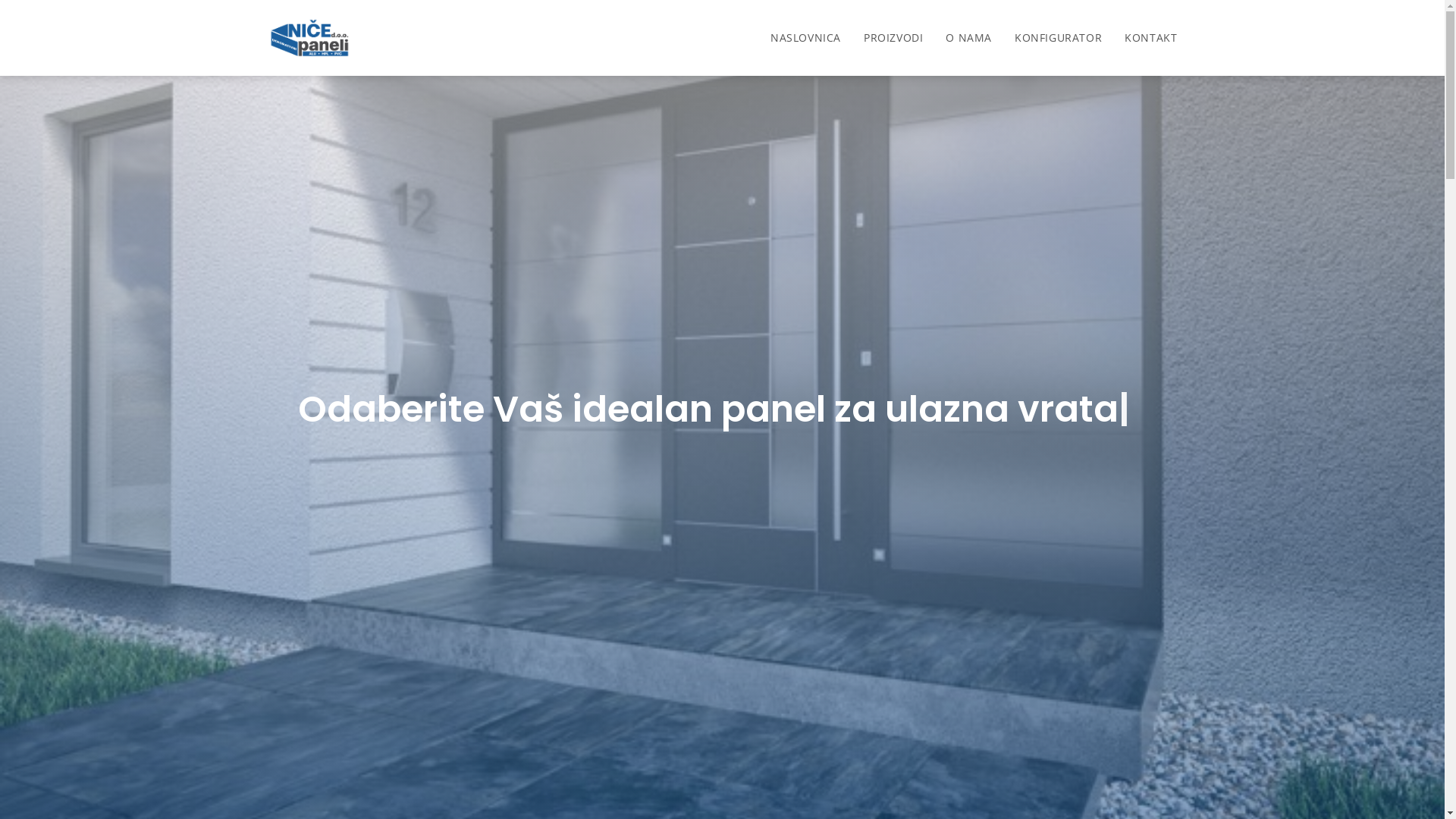  What do you see at coordinates (893, 37) in the screenshot?
I see `'PROIZVODI'` at bounding box center [893, 37].